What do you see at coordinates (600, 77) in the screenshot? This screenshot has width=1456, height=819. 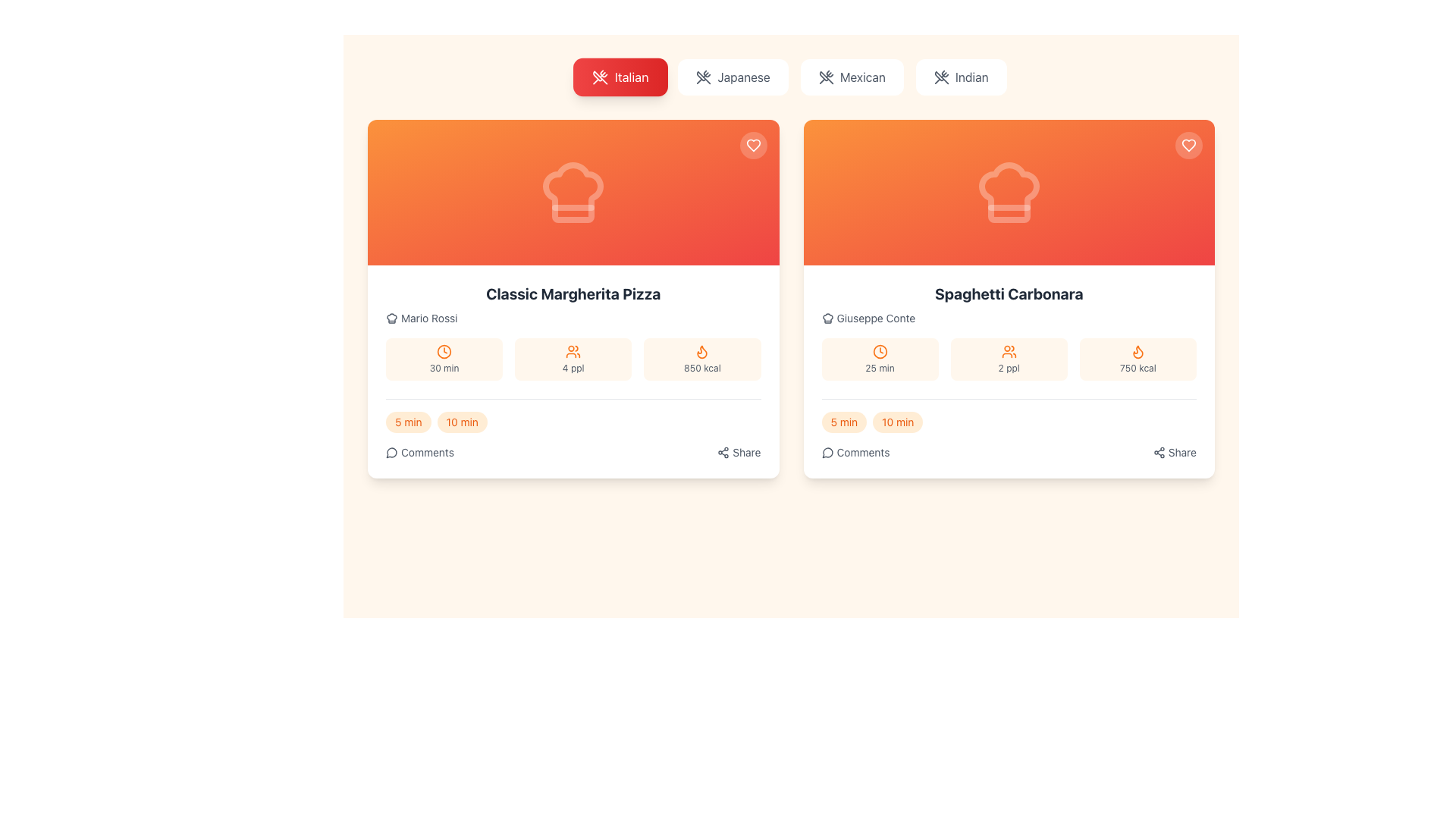 I see `the 'Italian' category button by clicking on the center of the button, which features a crossed utensils icon` at bounding box center [600, 77].